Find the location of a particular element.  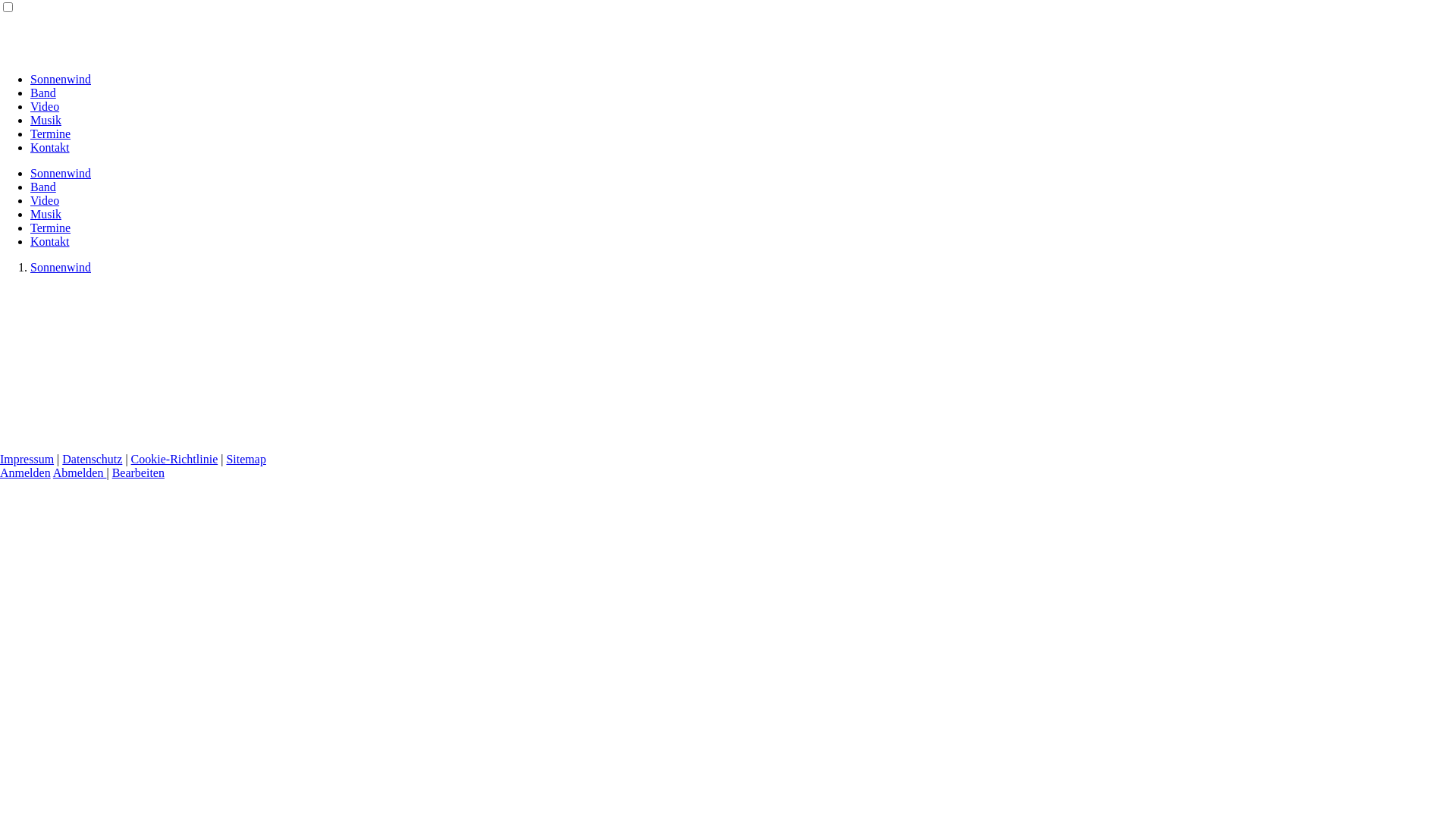

'Anmelden' is located at coordinates (25, 472).